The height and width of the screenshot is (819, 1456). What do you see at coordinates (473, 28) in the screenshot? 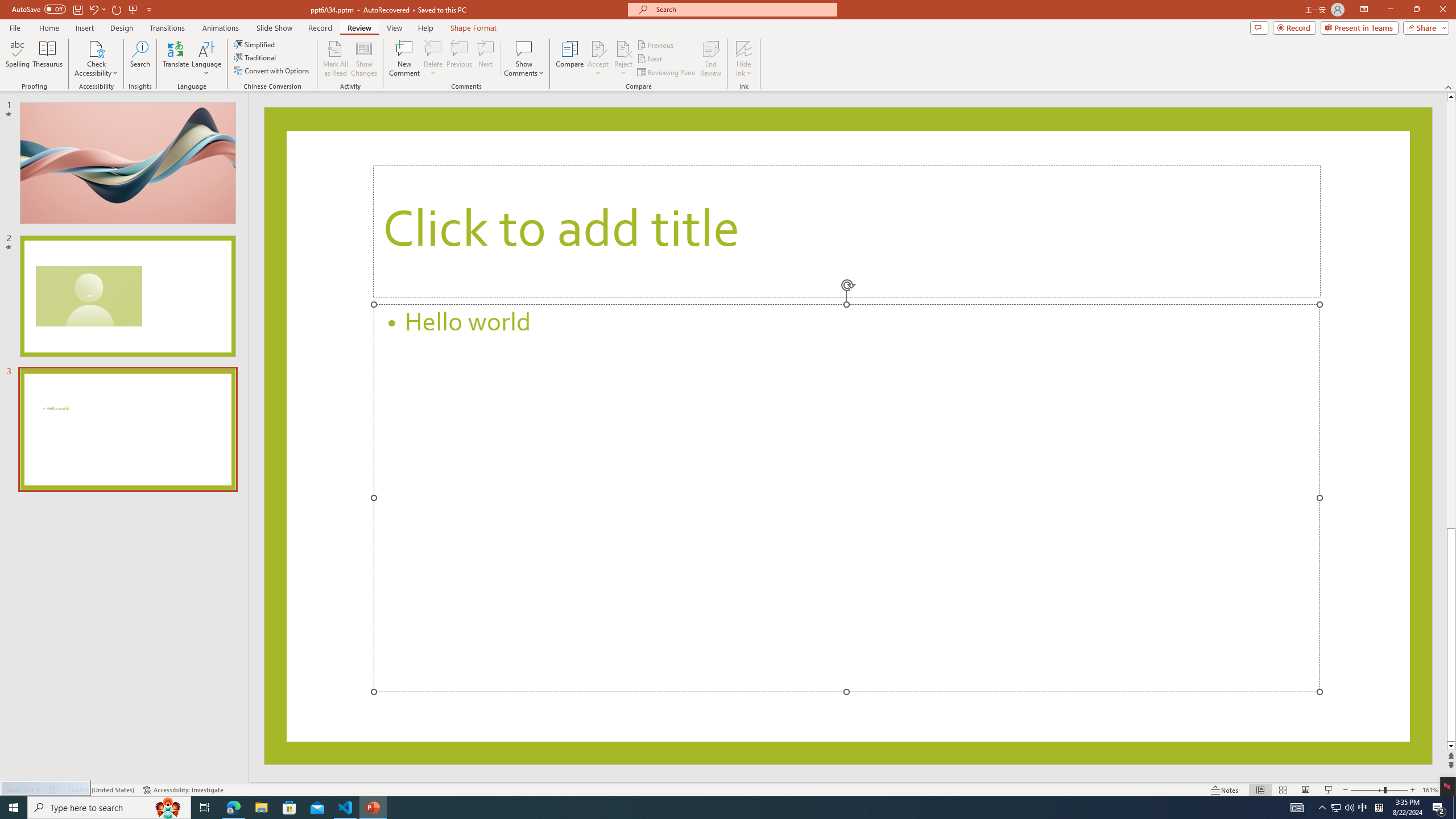
I see `'Shape Format'` at bounding box center [473, 28].